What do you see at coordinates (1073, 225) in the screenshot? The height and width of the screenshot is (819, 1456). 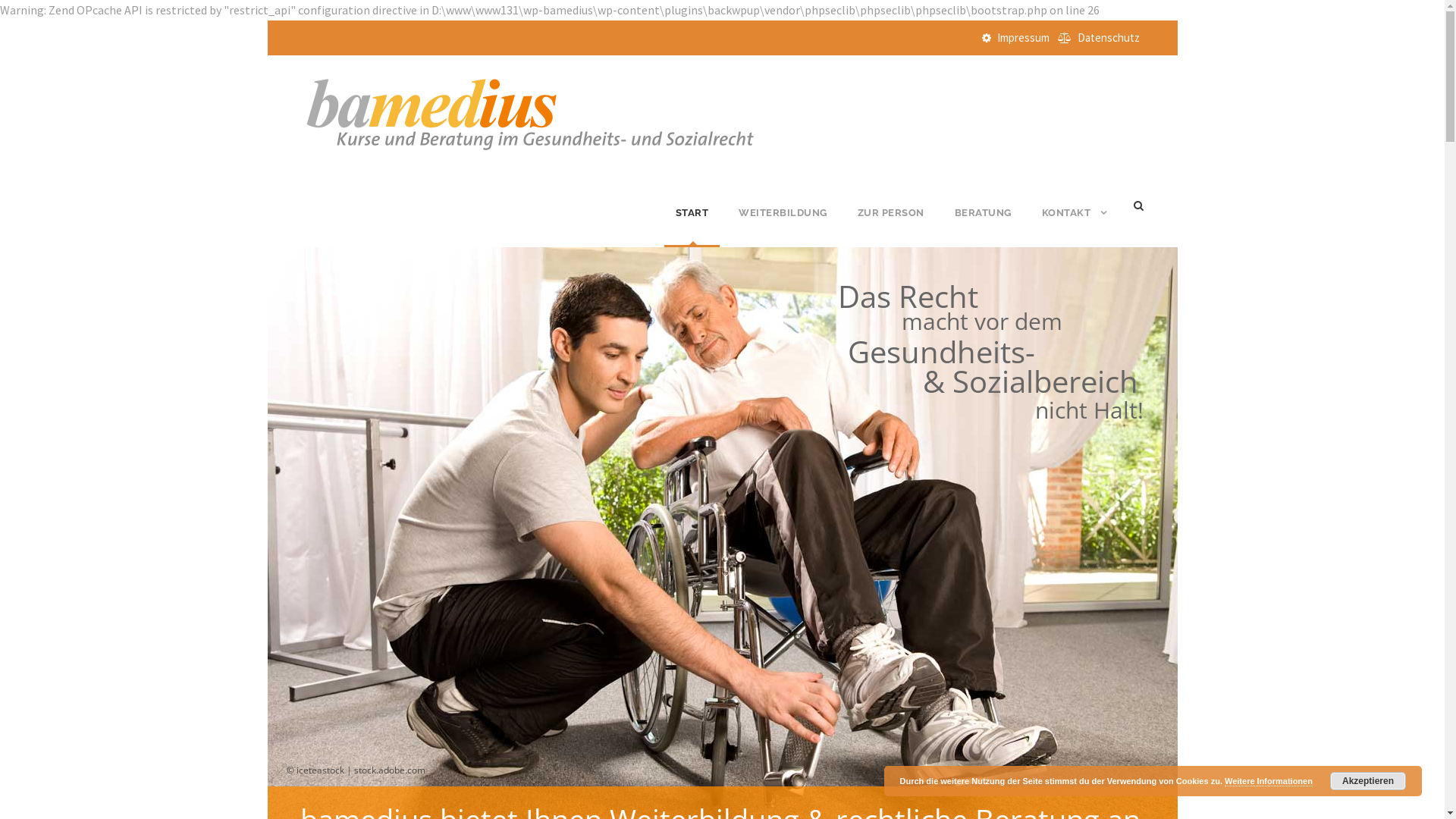 I see `'KONTAKT'` at bounding box center [1073, 225].